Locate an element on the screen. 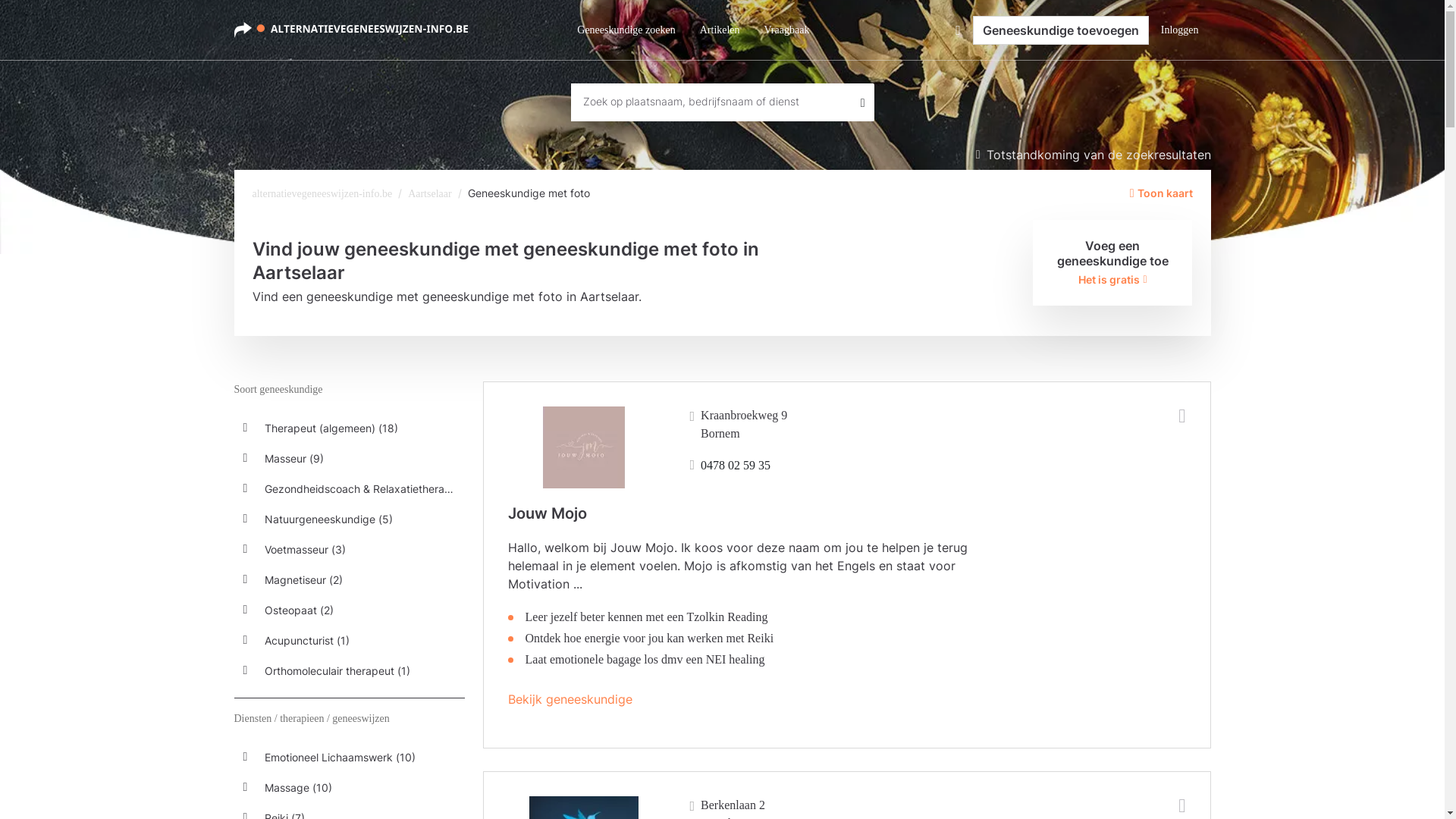 This screenshot has height=819, width=1456. 'Massage (10)' is located at coordinates (348, 786).